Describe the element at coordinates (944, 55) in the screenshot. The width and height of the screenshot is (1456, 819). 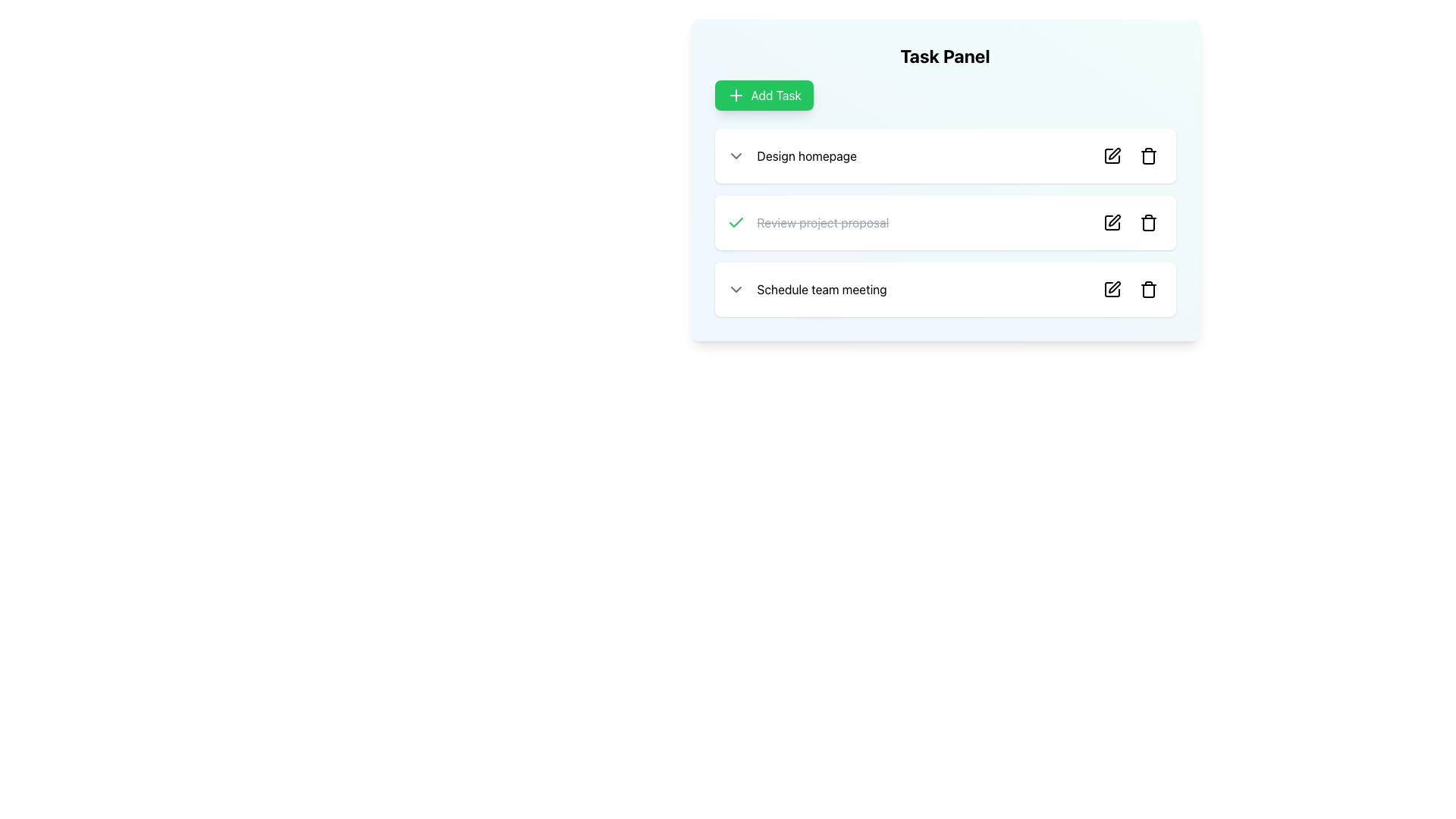
I see `the heading label at the top of the task panel, which indicates the content or purpose of the card` at that location.